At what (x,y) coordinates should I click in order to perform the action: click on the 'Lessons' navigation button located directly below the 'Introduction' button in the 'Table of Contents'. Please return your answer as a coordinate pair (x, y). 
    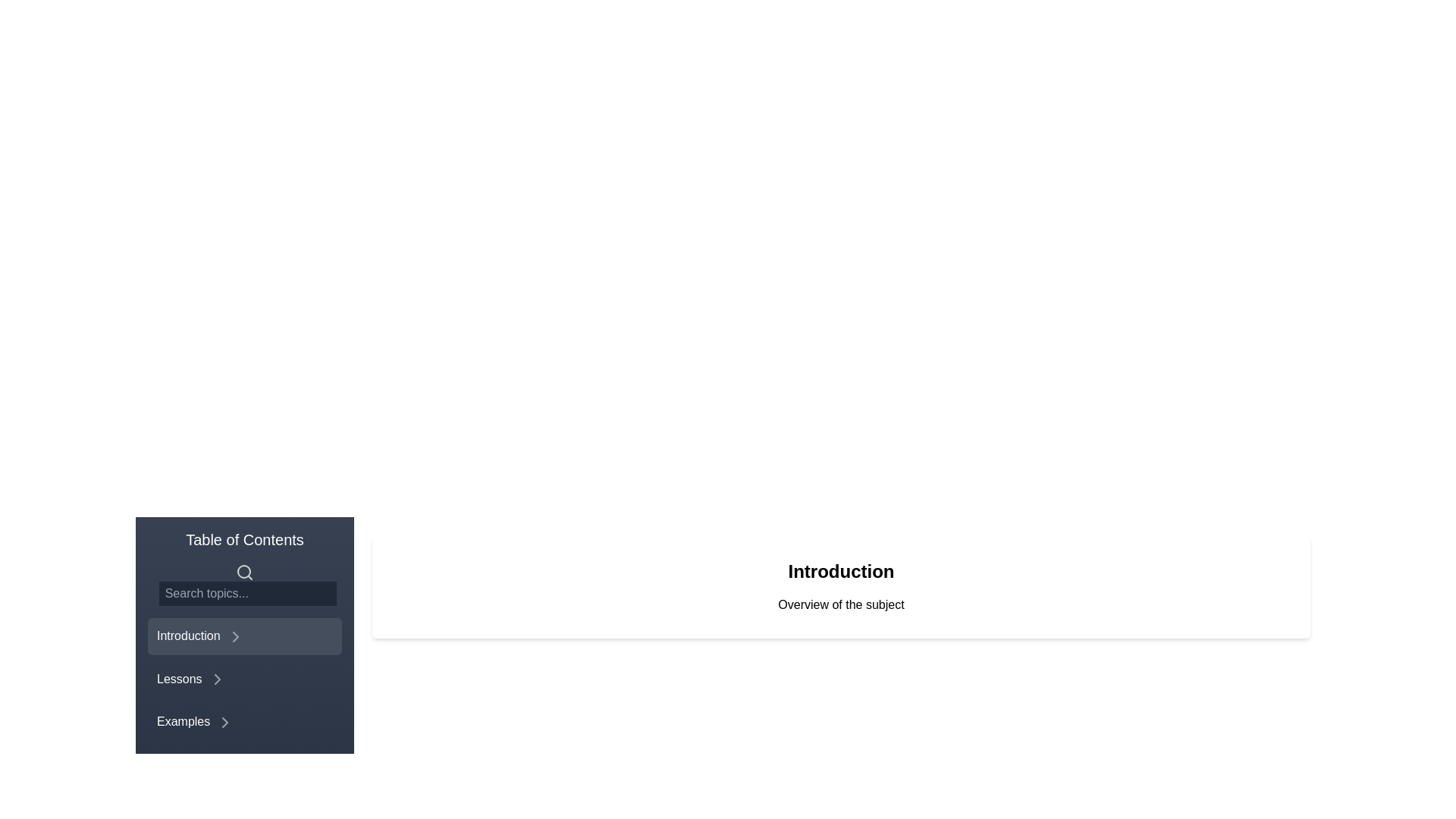
    Looking at the image, I should click on (244, 677).